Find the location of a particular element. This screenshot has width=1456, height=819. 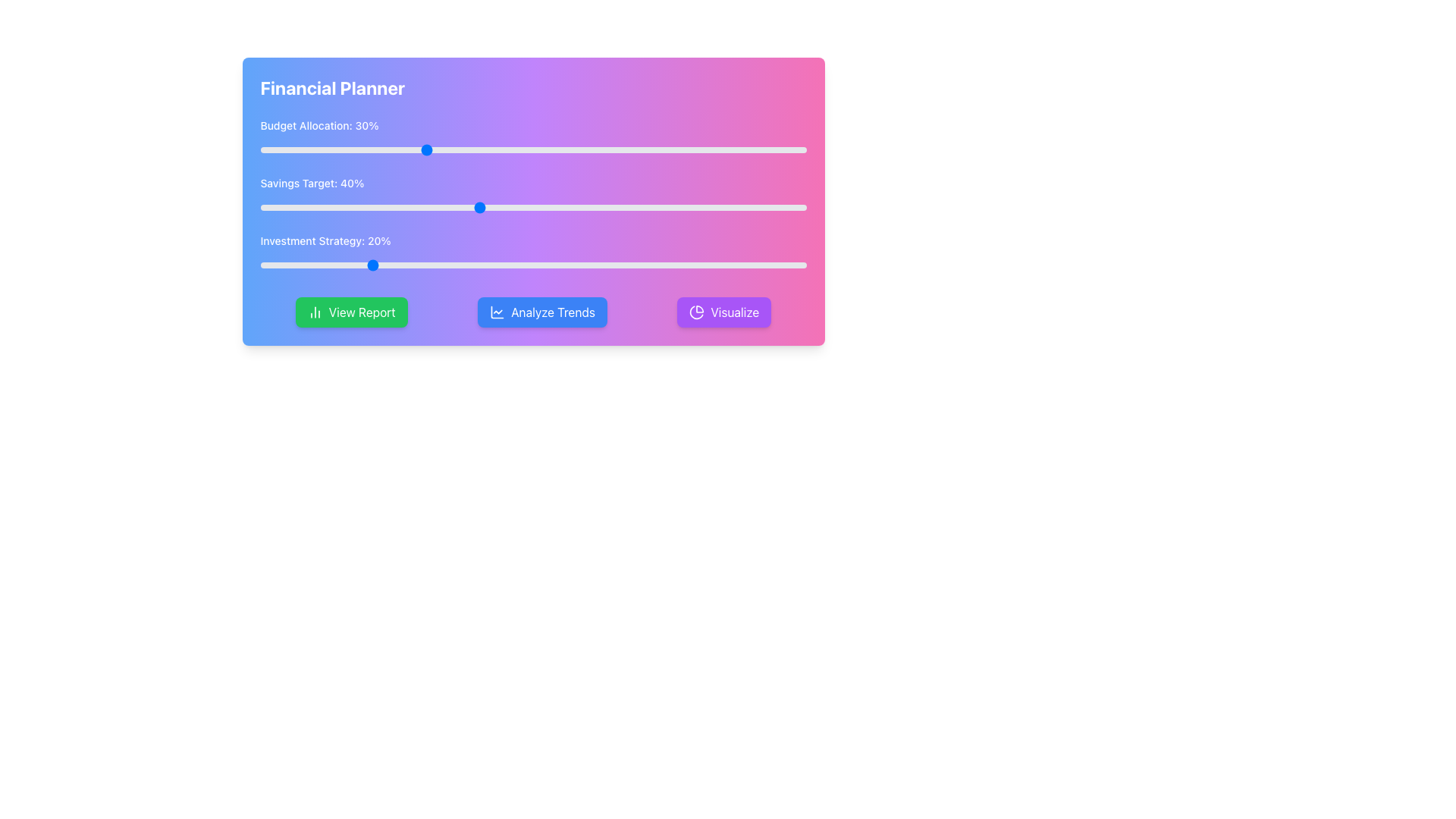

the blue handle of the slider located under the text 'Investment Strategy: 20%' is located at coordinates (533, 265).